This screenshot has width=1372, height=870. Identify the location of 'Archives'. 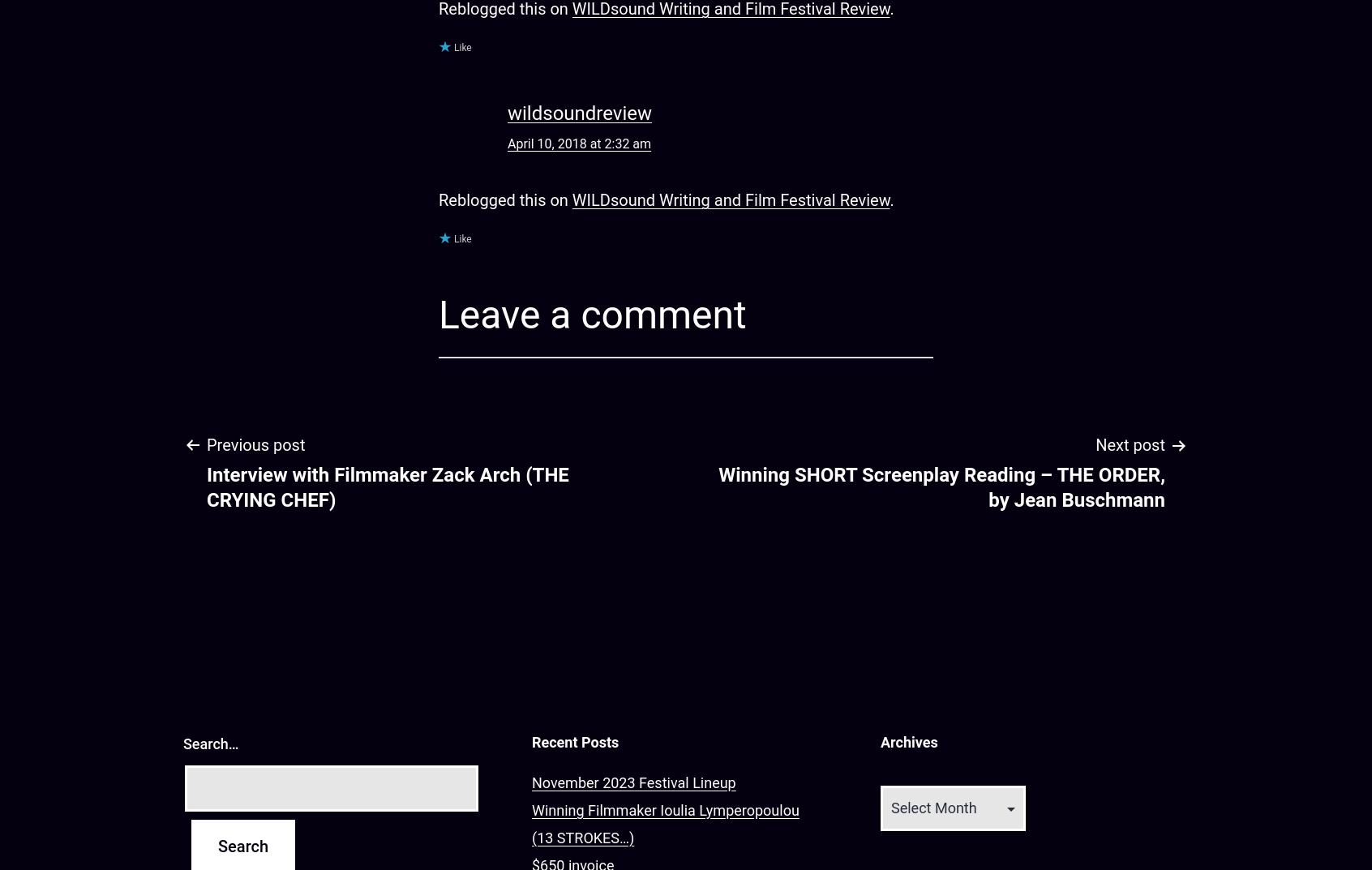
(908, 742).